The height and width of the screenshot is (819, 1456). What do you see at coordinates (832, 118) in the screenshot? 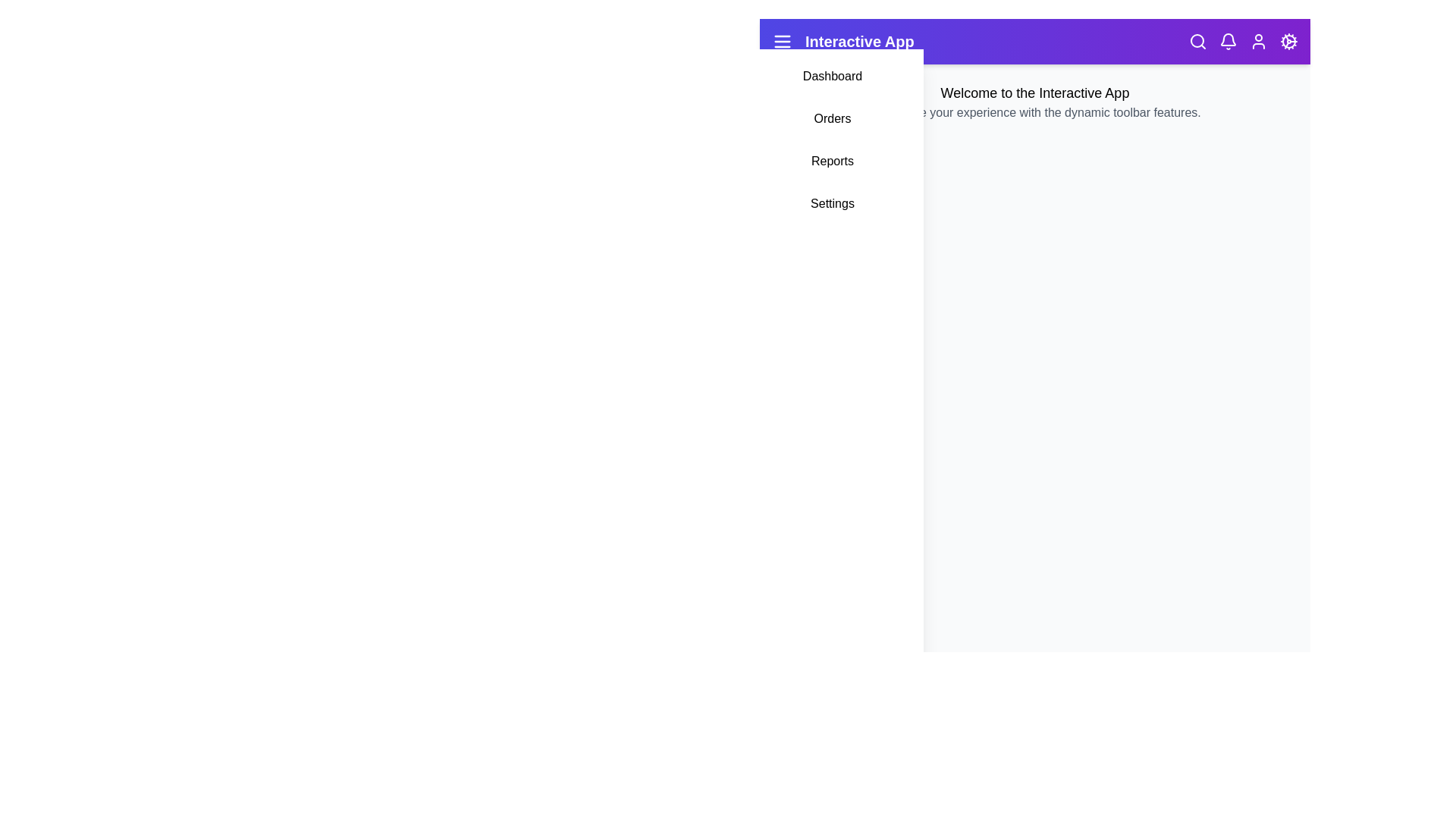
I see `the sidebar menu item labeled Orders` at bounding box center [832, 118].